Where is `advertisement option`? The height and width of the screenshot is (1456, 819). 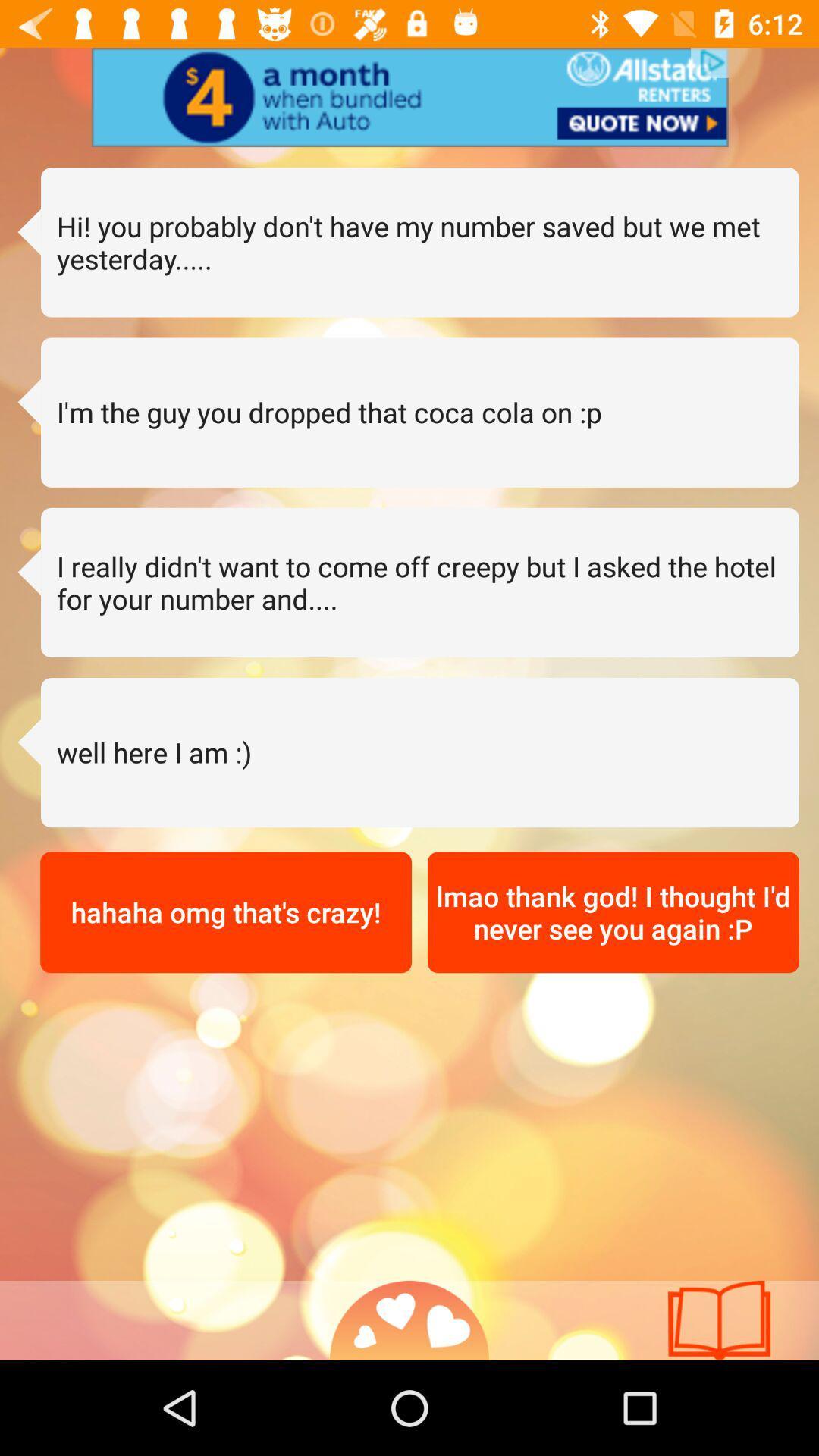 advertisement option is located at coordinates (409, 96).